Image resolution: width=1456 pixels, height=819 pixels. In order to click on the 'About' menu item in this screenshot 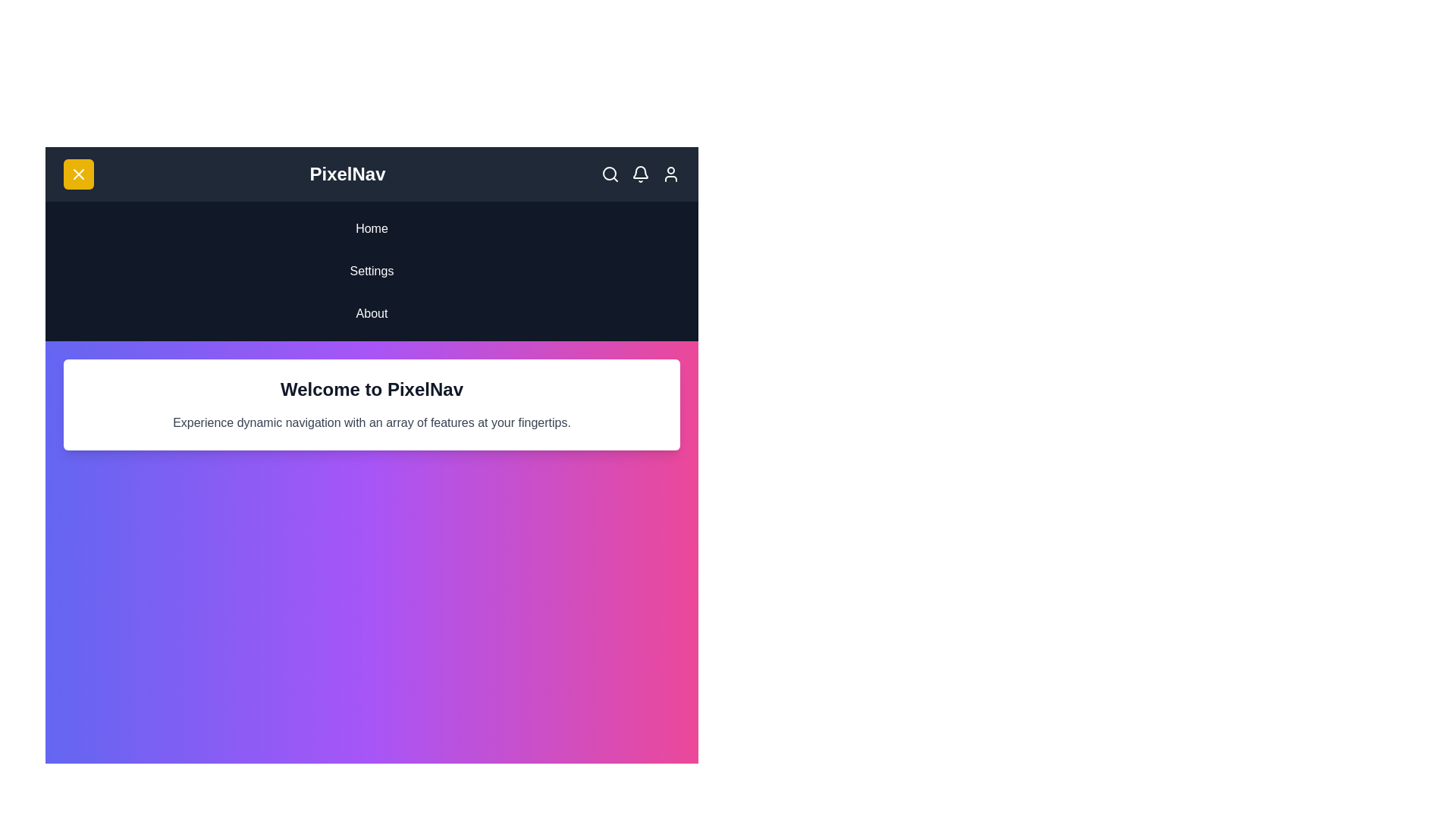, I will do `click(372, 312)`.